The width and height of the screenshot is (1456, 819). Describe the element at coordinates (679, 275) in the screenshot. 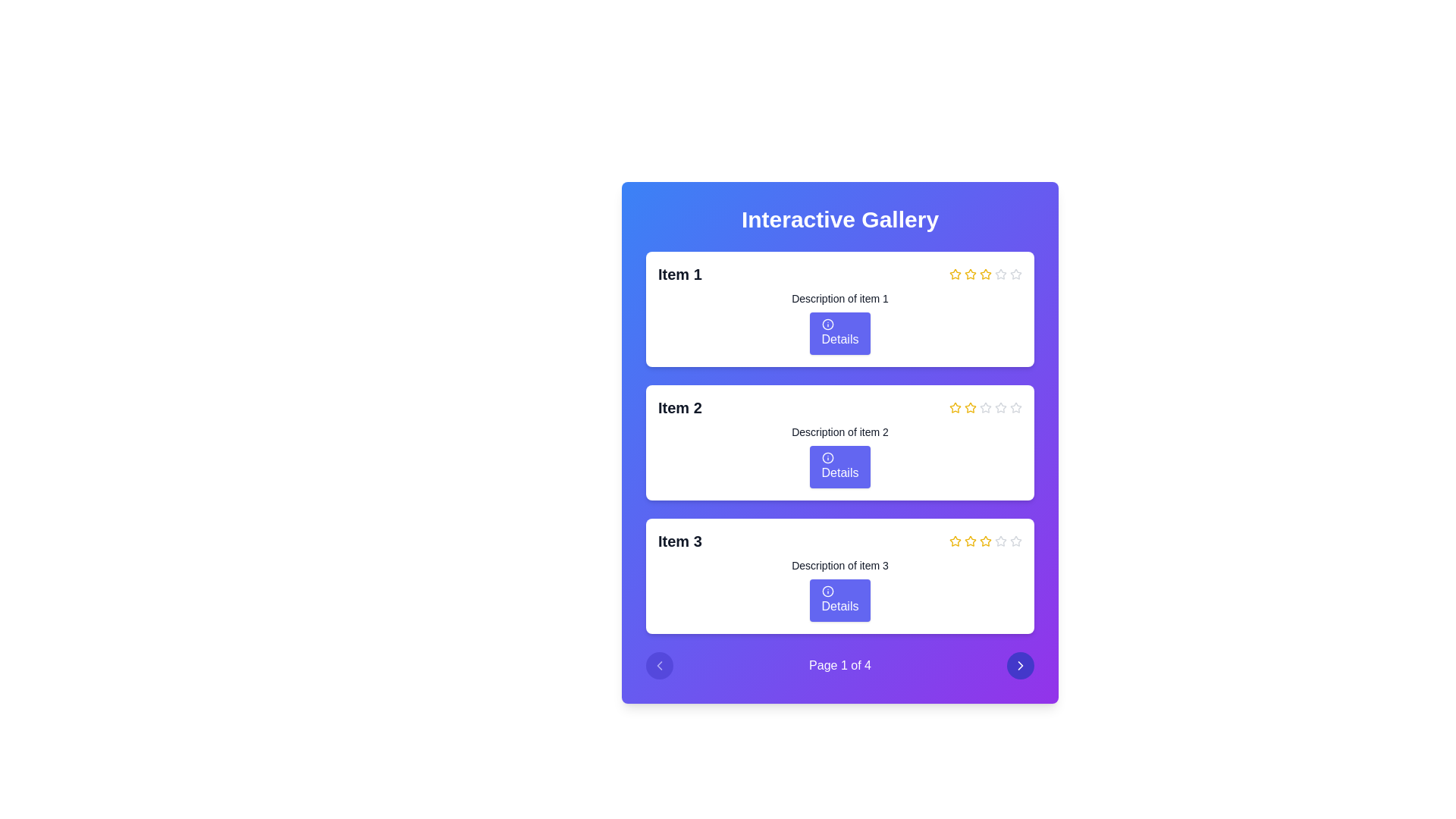

I see `the Text label located at the upper-left corner of the card-like structure, which serves as the title of the section` at that location.